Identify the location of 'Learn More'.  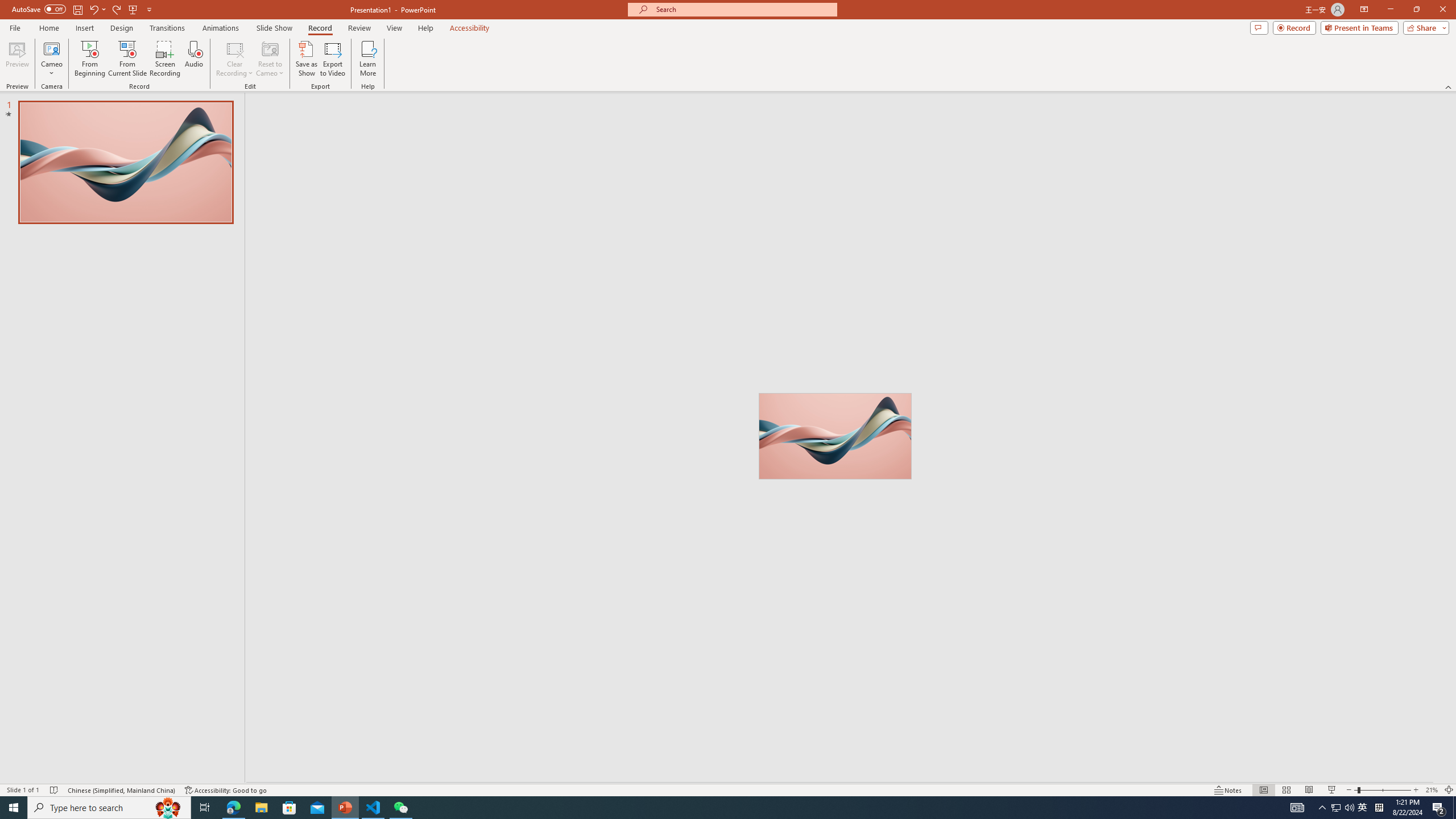
(368, 59).